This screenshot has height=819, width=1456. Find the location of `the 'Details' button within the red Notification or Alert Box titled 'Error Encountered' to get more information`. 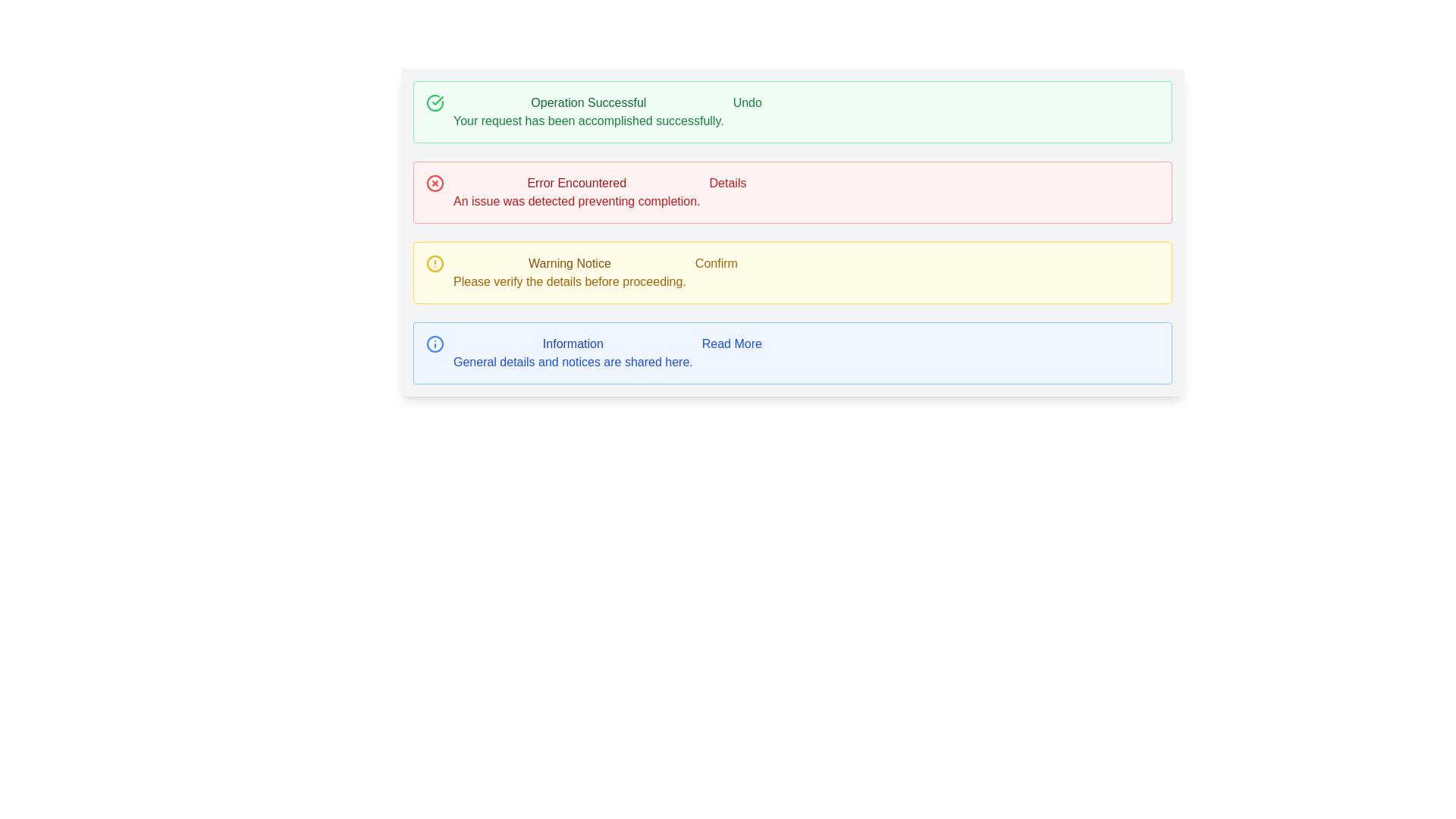

the 'Details' button within the red Notification or Alert Box titled 'Error Encountered' to get more information is located at coordinates (792, 192).